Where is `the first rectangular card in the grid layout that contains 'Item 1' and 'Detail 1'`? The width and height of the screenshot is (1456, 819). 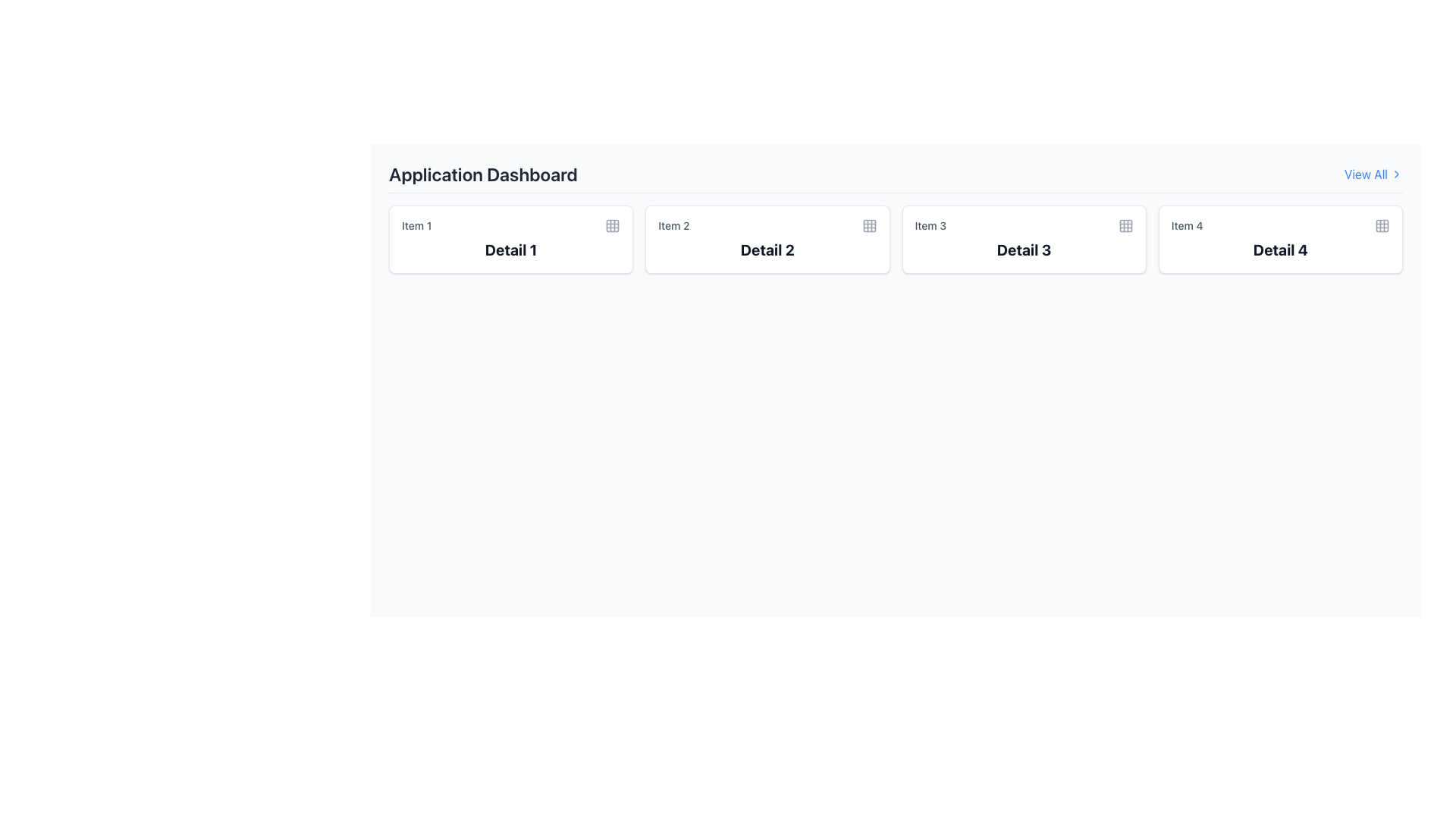 the first rectangular card in the grid layout that contains 'Item 1' and 'Detail 1' is located at coordinates (511, 239).